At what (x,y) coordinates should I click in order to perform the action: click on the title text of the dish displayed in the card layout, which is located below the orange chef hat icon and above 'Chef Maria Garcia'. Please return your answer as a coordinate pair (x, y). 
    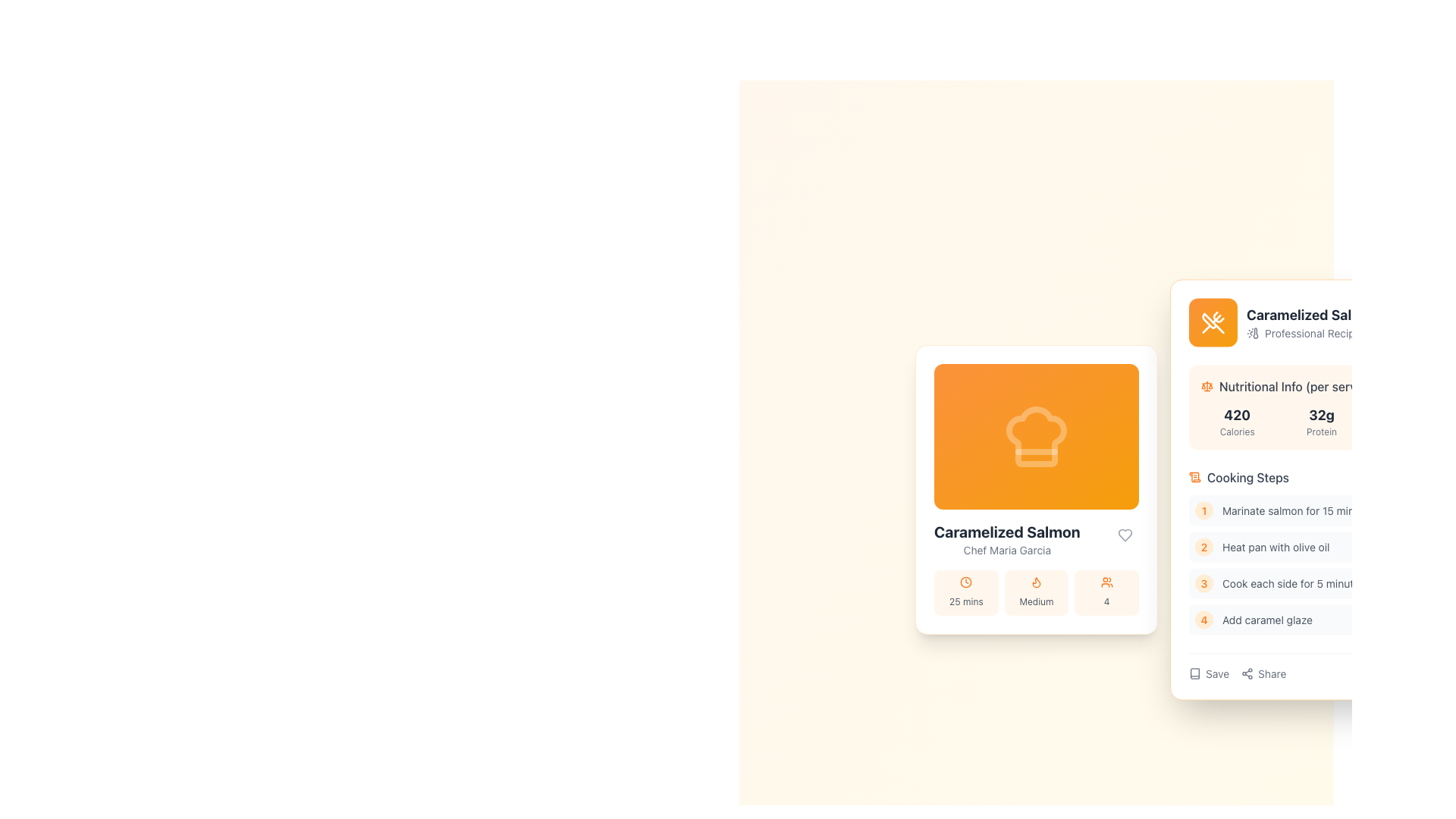
    Looking at the image, I should click on (1007, 532).